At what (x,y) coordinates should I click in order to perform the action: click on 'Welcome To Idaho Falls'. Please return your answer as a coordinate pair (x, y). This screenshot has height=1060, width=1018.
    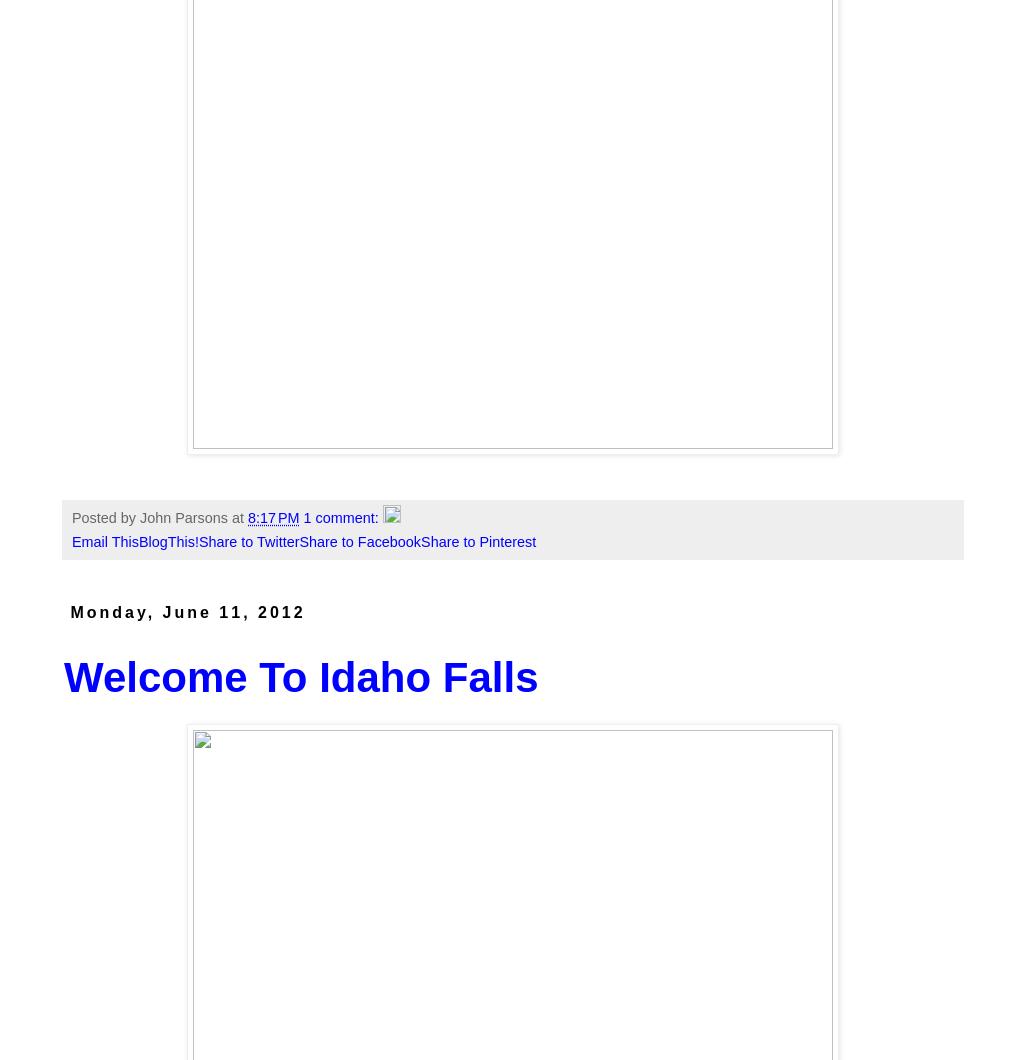
    Looking at the image, I should click on (301, 676).